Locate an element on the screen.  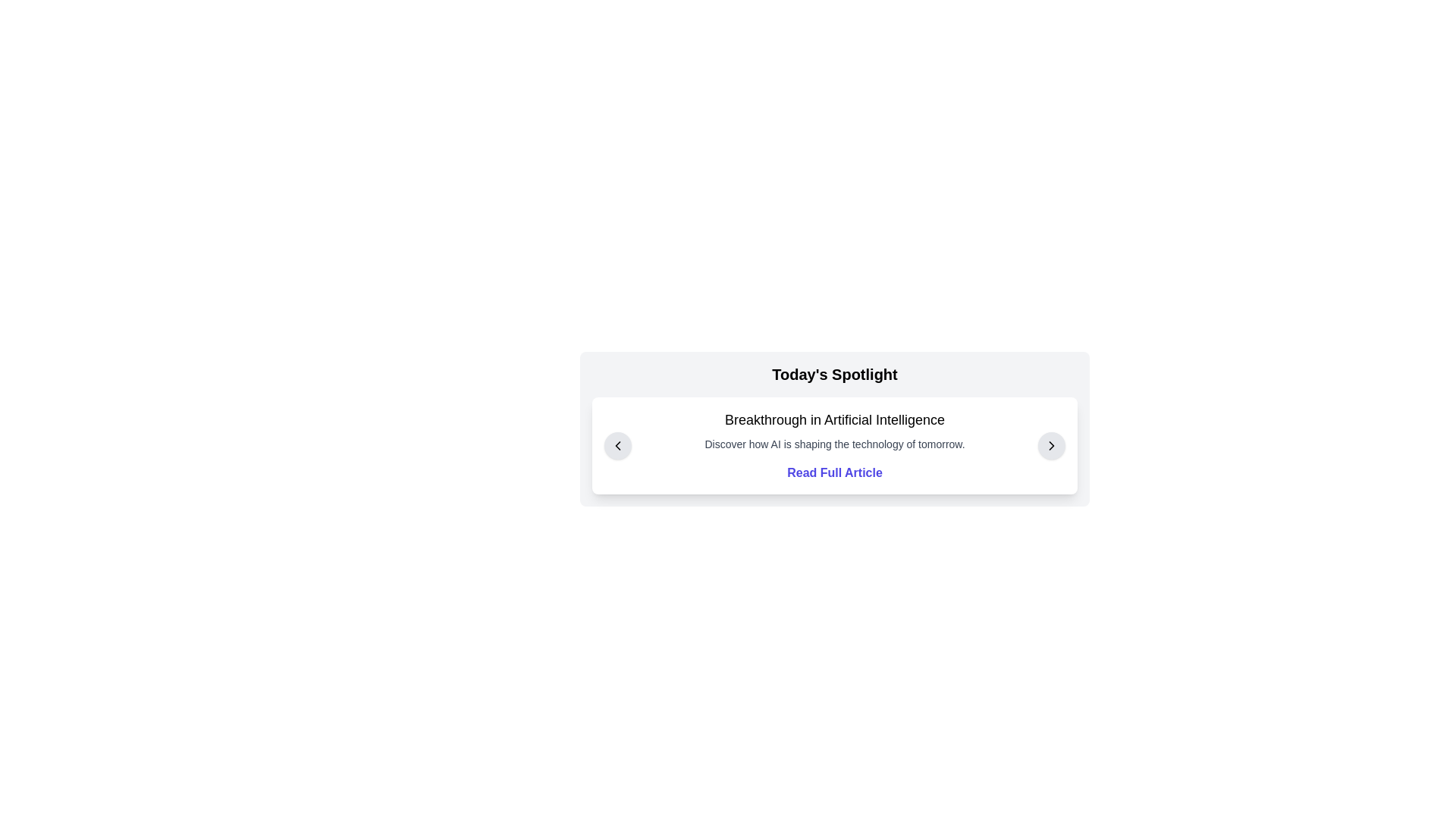
the circular button with a gray background and a left-pointing chevron icon is located at coordinates (618, 444).